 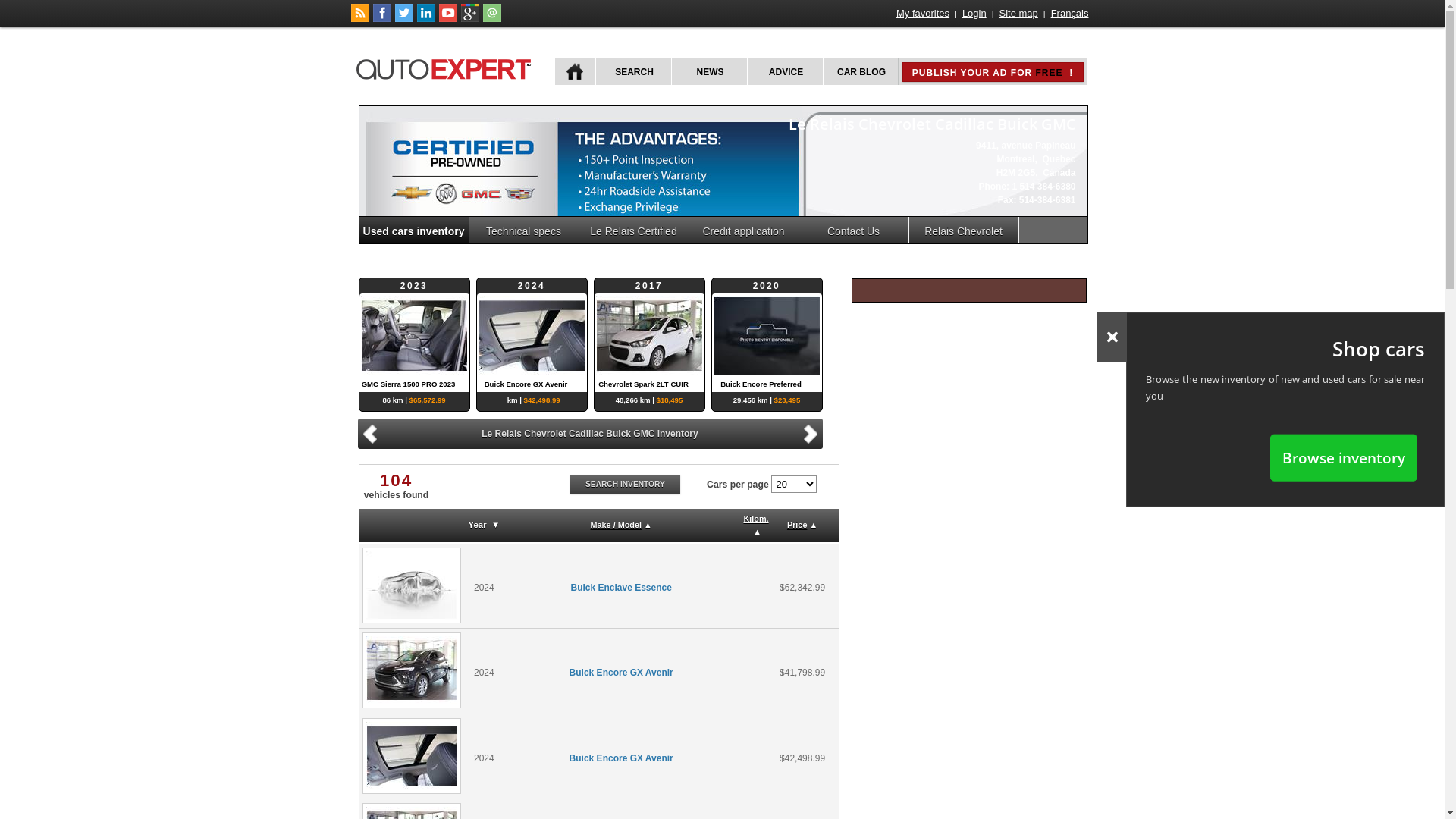 What do you see at coordinates (359, 18) in the screenshot?
I see `'Follow car news on autoExpert.ca'` at bounding box center [359, 18].